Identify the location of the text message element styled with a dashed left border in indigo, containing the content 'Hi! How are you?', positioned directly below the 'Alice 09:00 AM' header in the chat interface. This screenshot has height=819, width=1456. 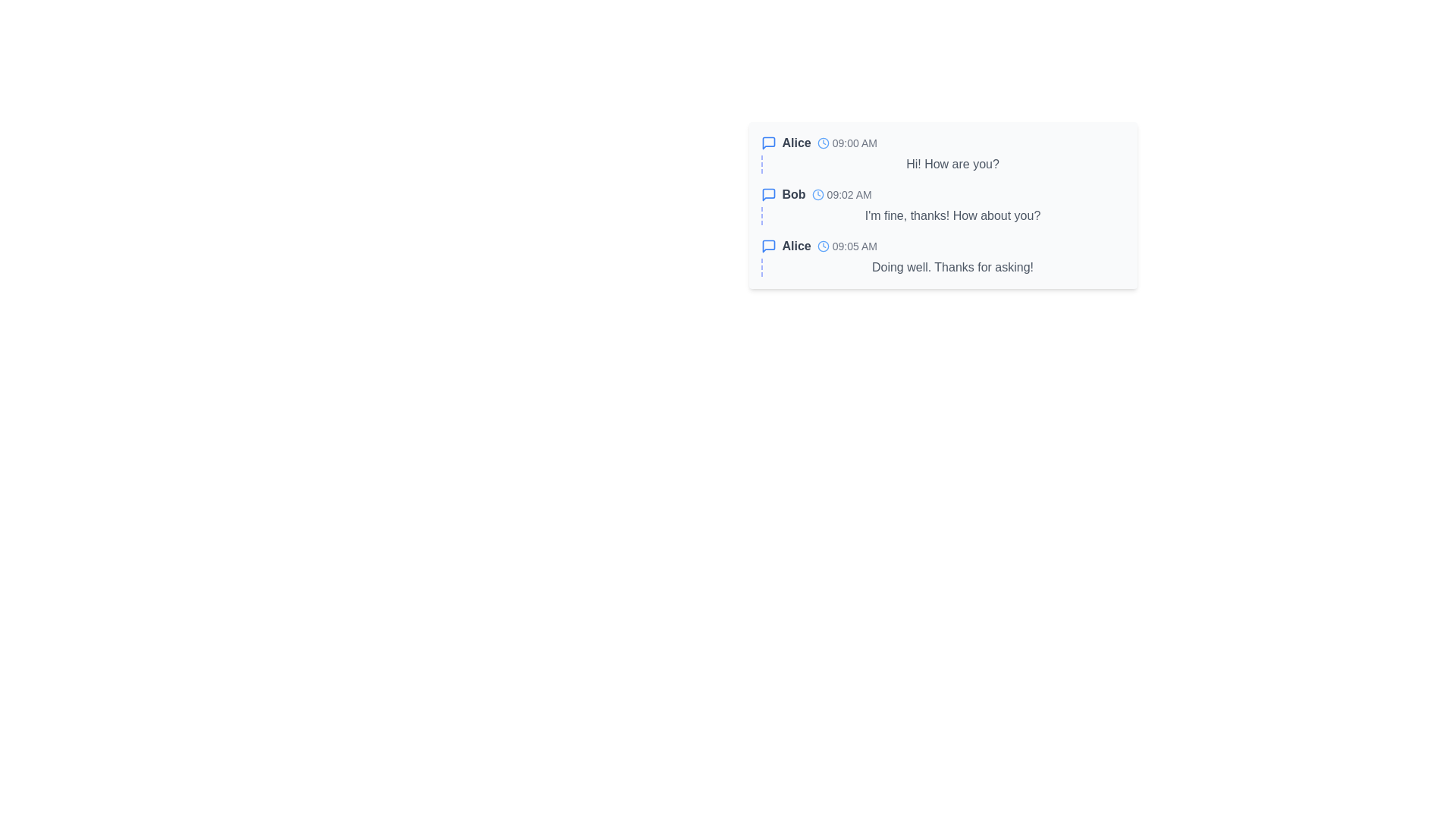
(942, 164).